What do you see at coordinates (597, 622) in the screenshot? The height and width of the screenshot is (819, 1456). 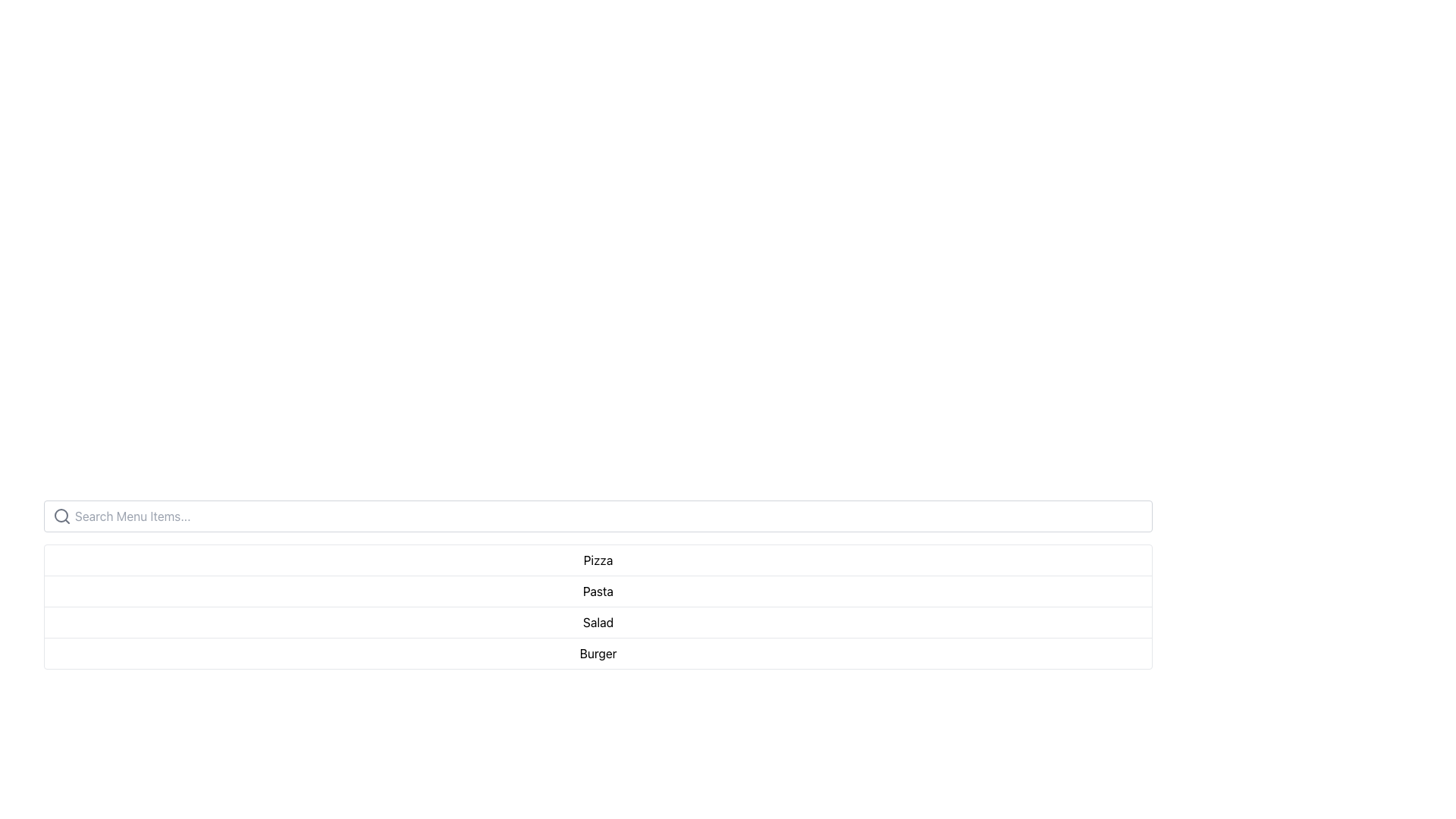 I see `the text label for the menu option labeled 'Salad'` at bounding box center [597, 622].